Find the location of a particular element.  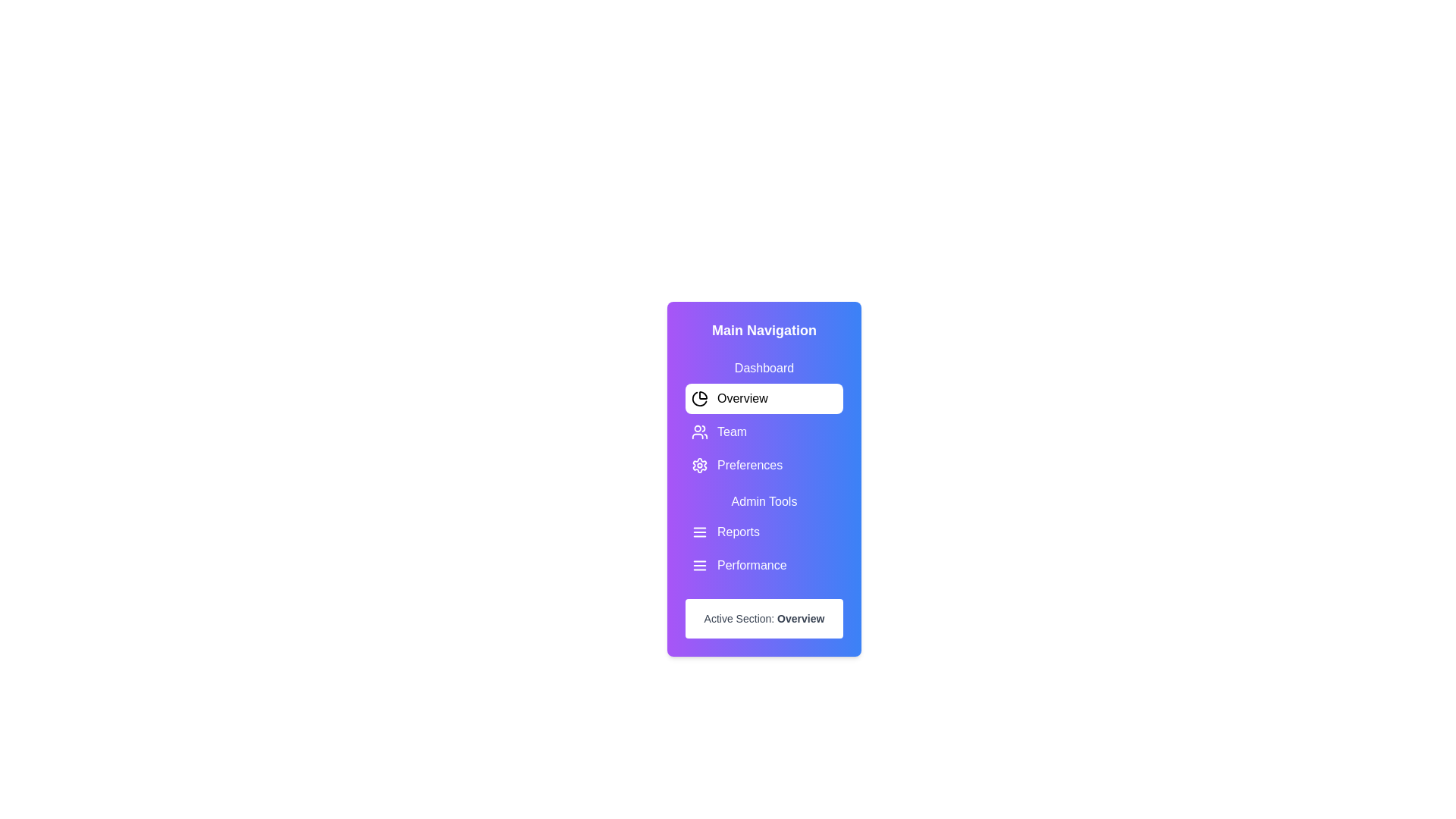

the menu option labeled Reports is located at coordinates (764, 532).